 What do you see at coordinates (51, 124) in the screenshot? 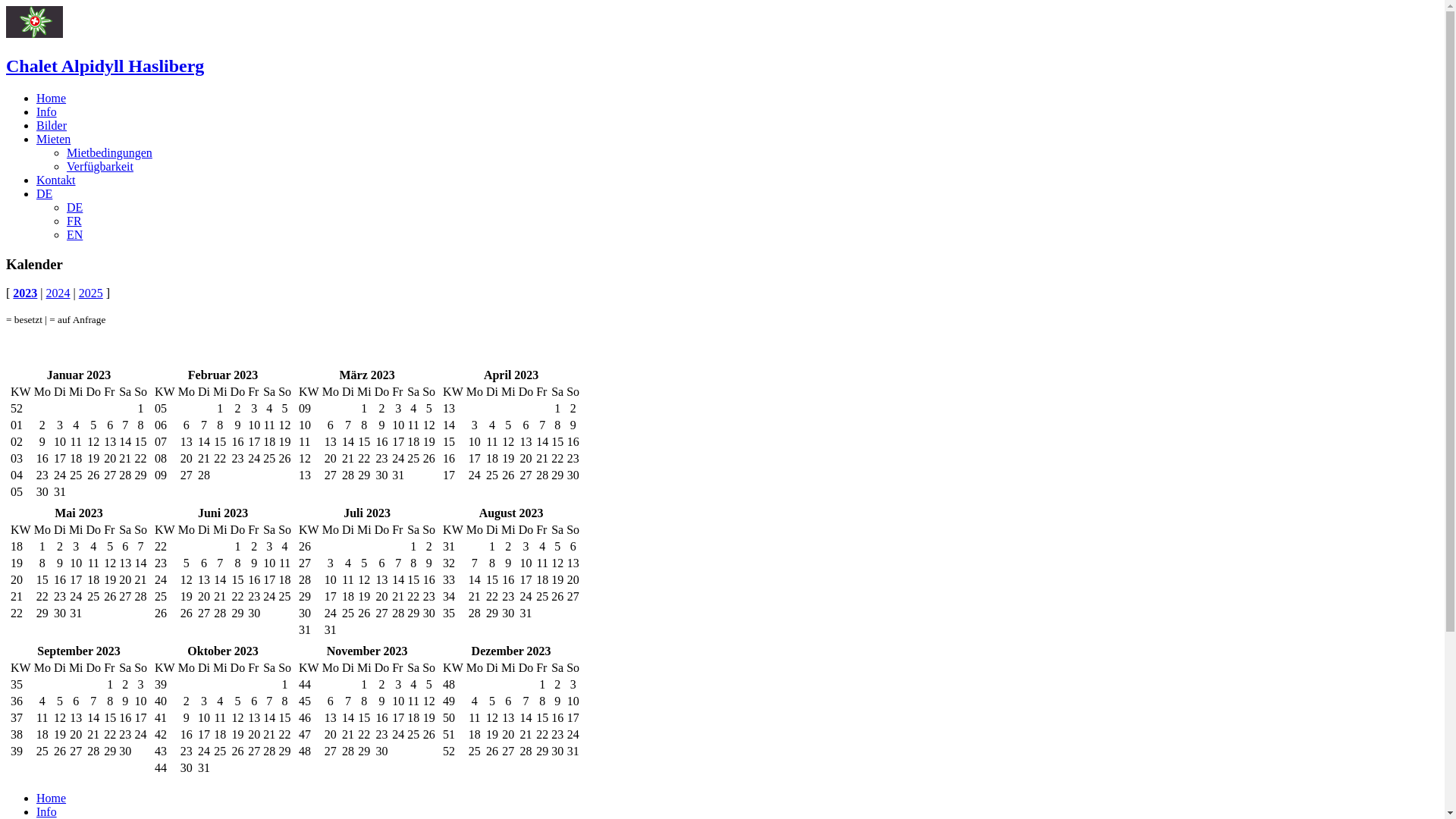
I see `'Bilder'` at bounding box center [51, 124].